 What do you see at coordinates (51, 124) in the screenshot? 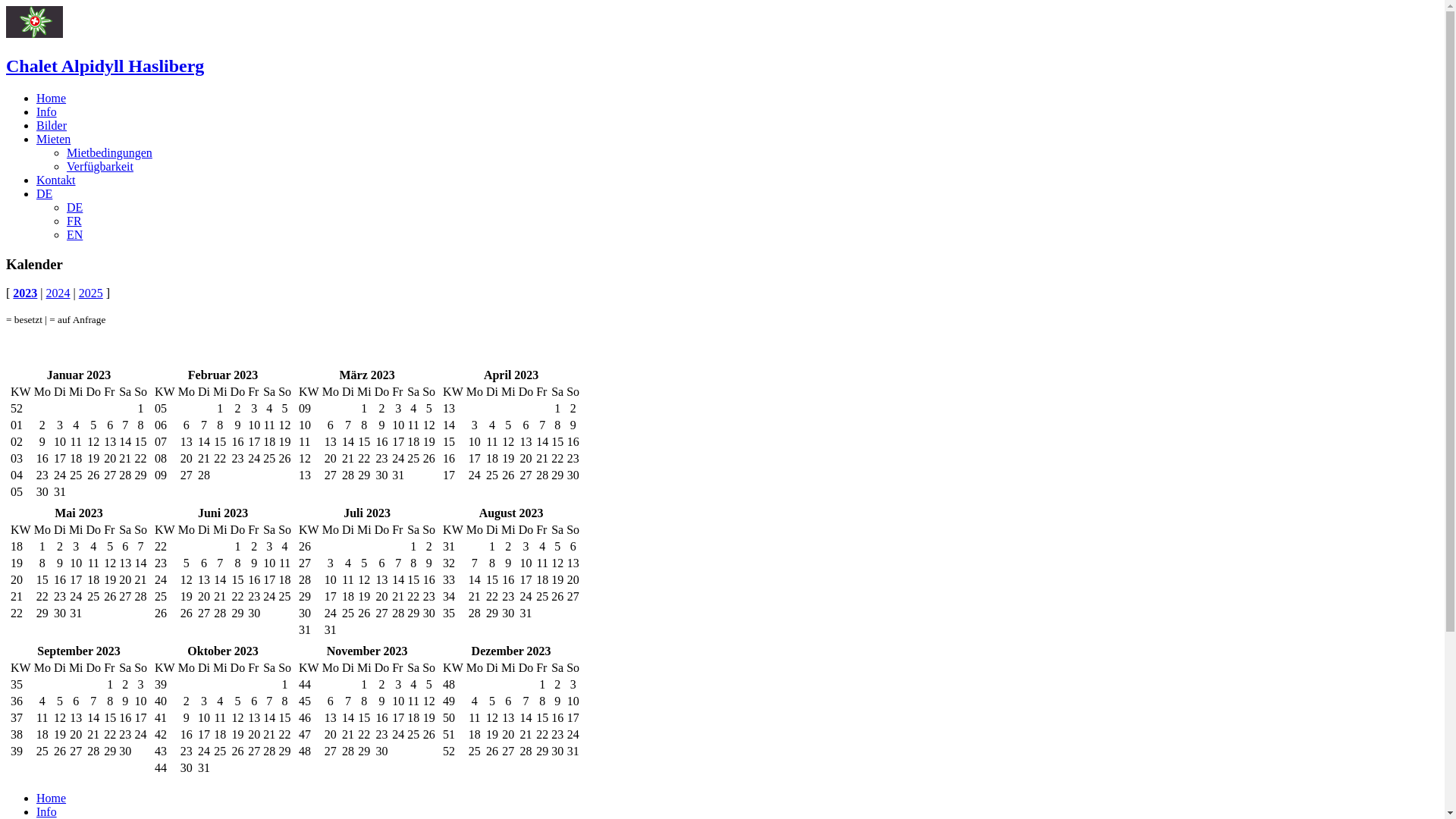
I see `'Bilder'` at bounding box center [51, 124].